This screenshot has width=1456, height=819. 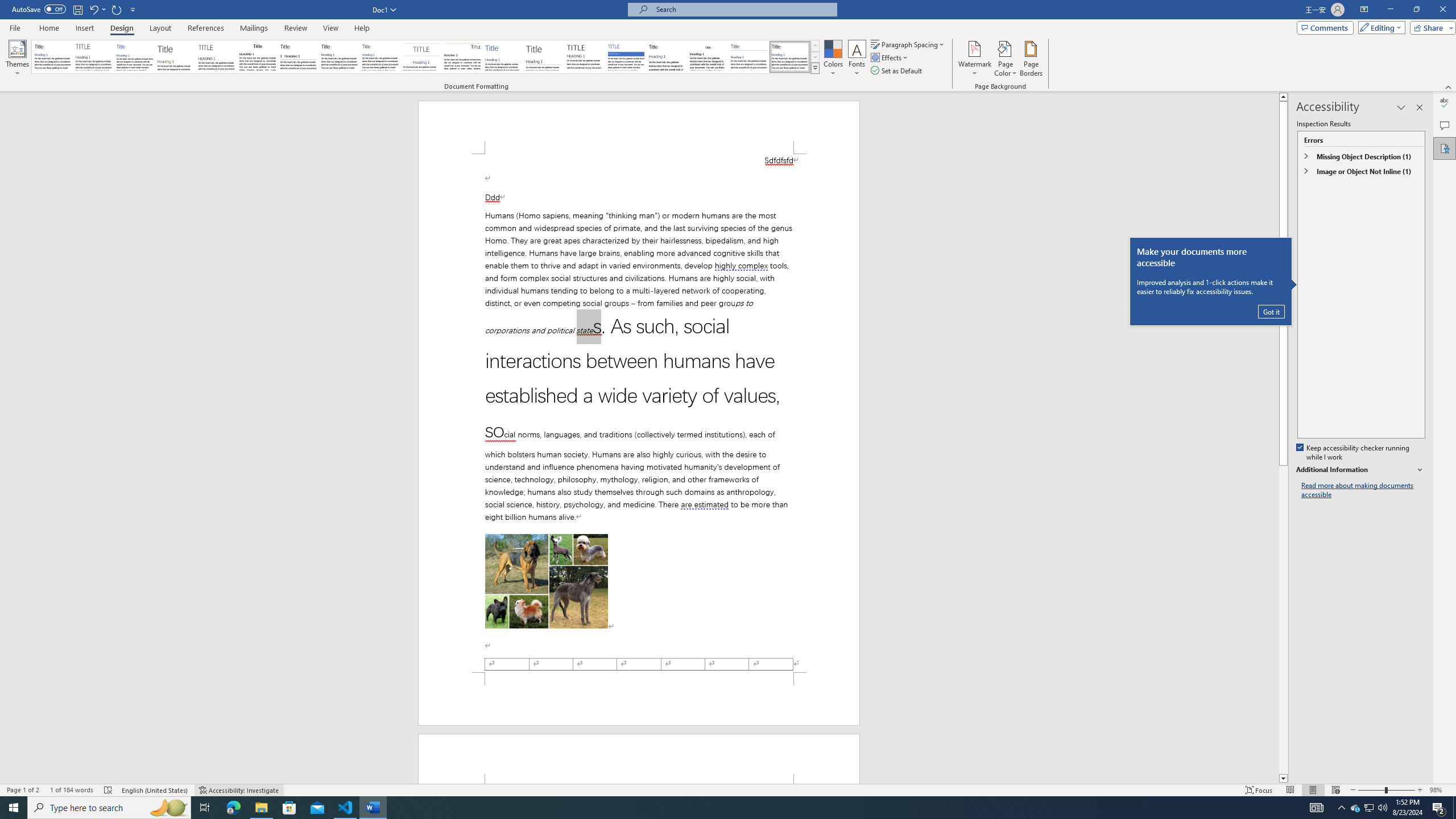 I want to click on 'Collapse the Ribbon', so click(x=1449, y=87).